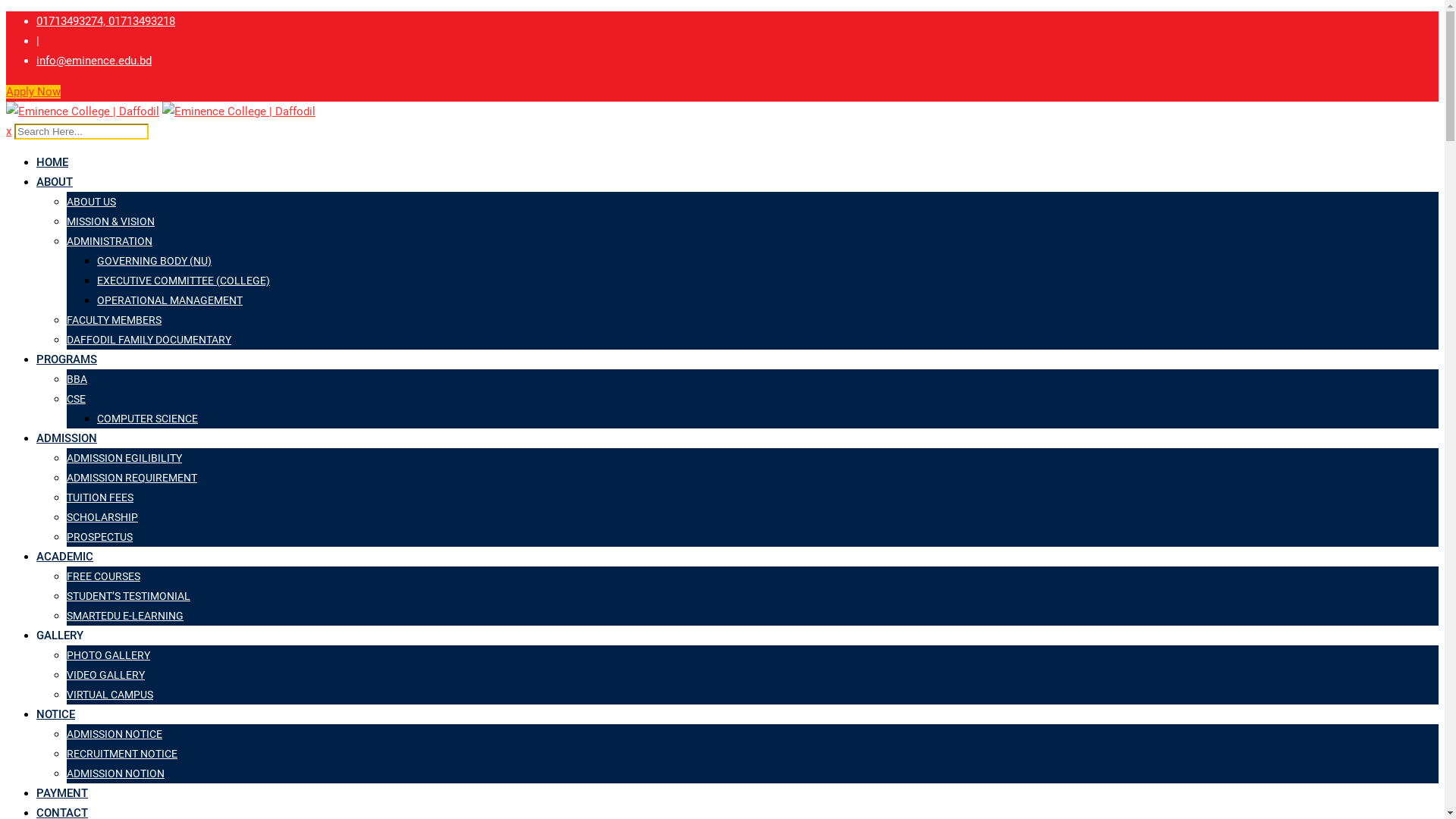 The height and width of the screenshot is (819, 1456). I want to click on 'Skip to content', so click(5, 11).